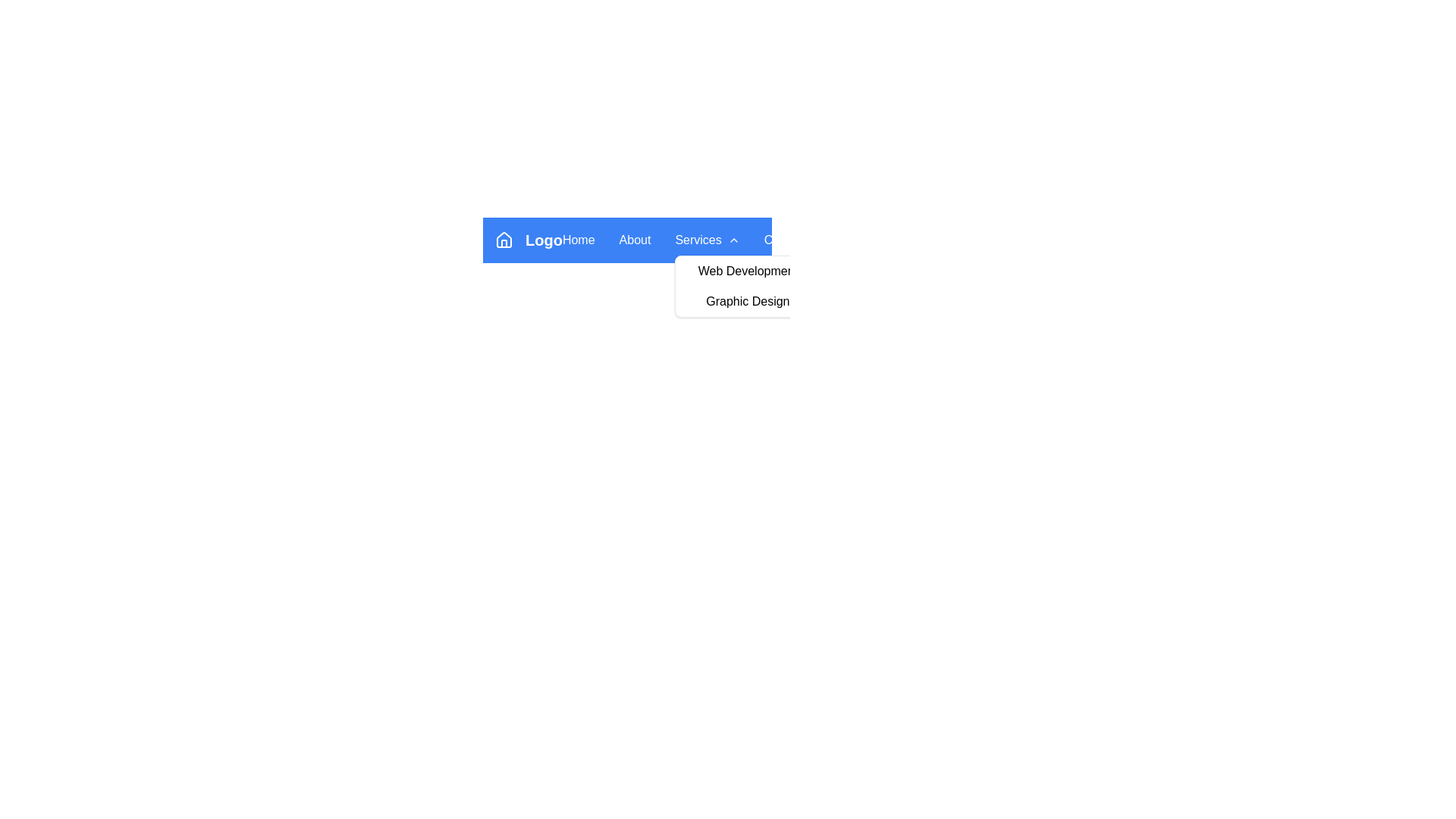 The image size is (1456, 819). I want to click on hyperlink text element located in the navigation bar, which serves as a link to the 'About' page, positioned between the 'Home' link and the 'Services' dropdown menu, so click(635, 239).